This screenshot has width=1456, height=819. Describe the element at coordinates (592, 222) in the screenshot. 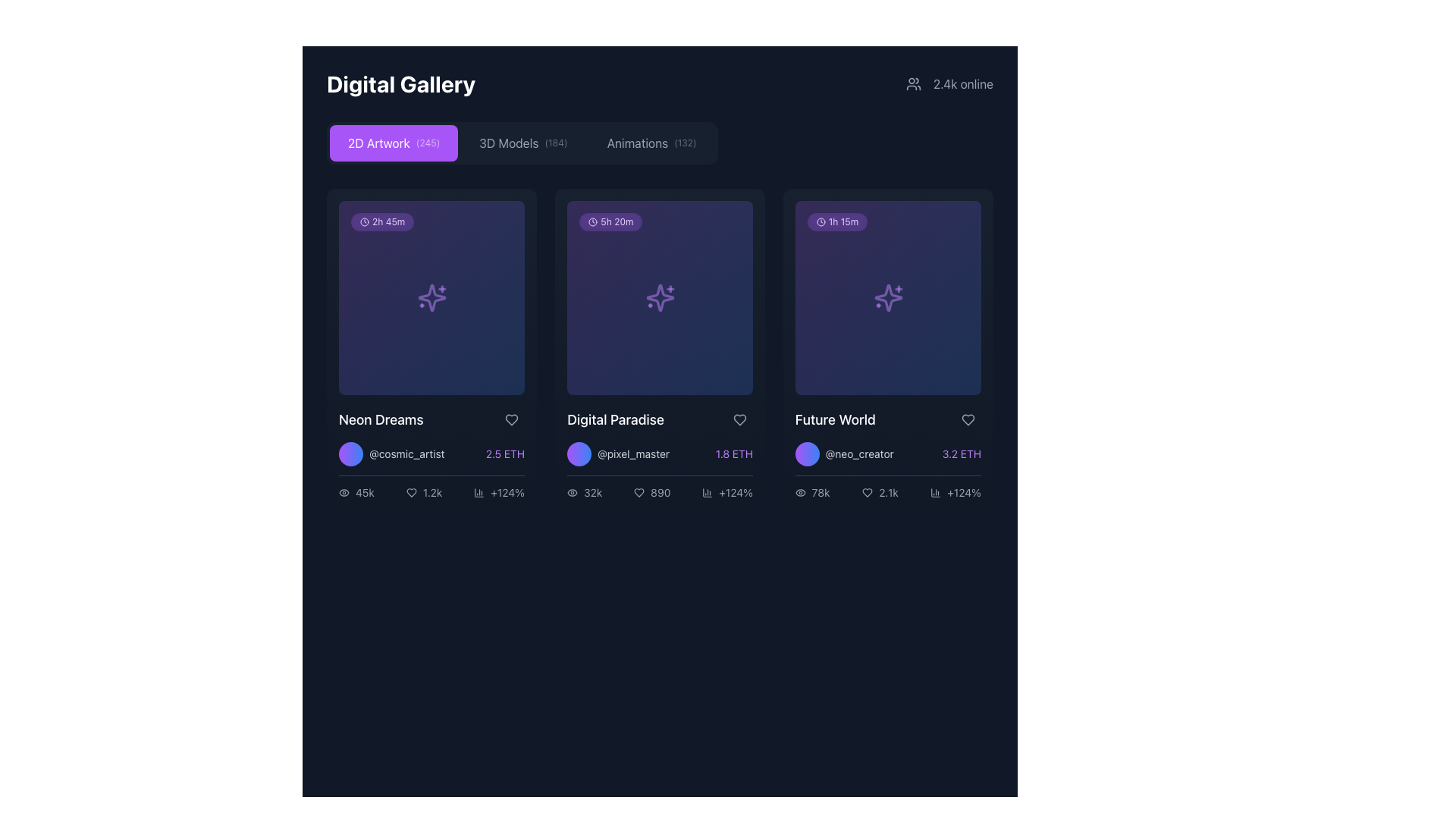

I see `the graphical circular shape within the clock icon located in the top-left section of the 'Digital Paradise' card` at that location.